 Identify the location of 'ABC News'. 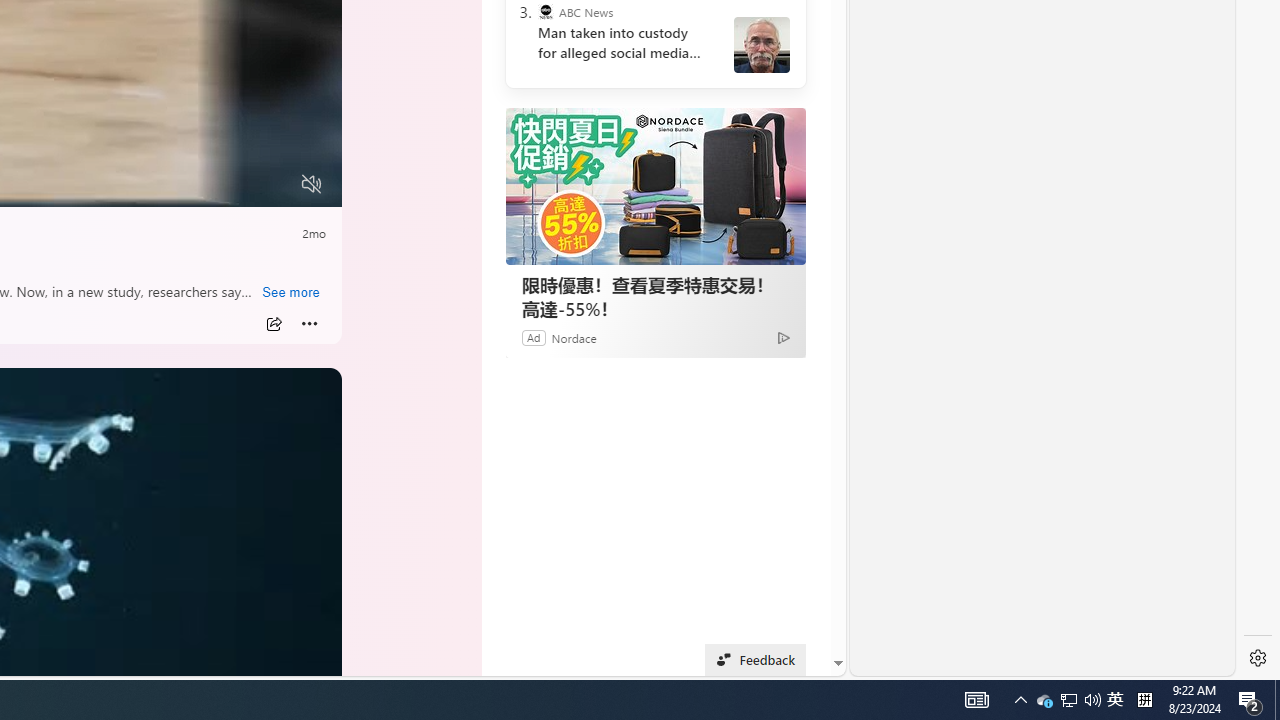
(545, 12).